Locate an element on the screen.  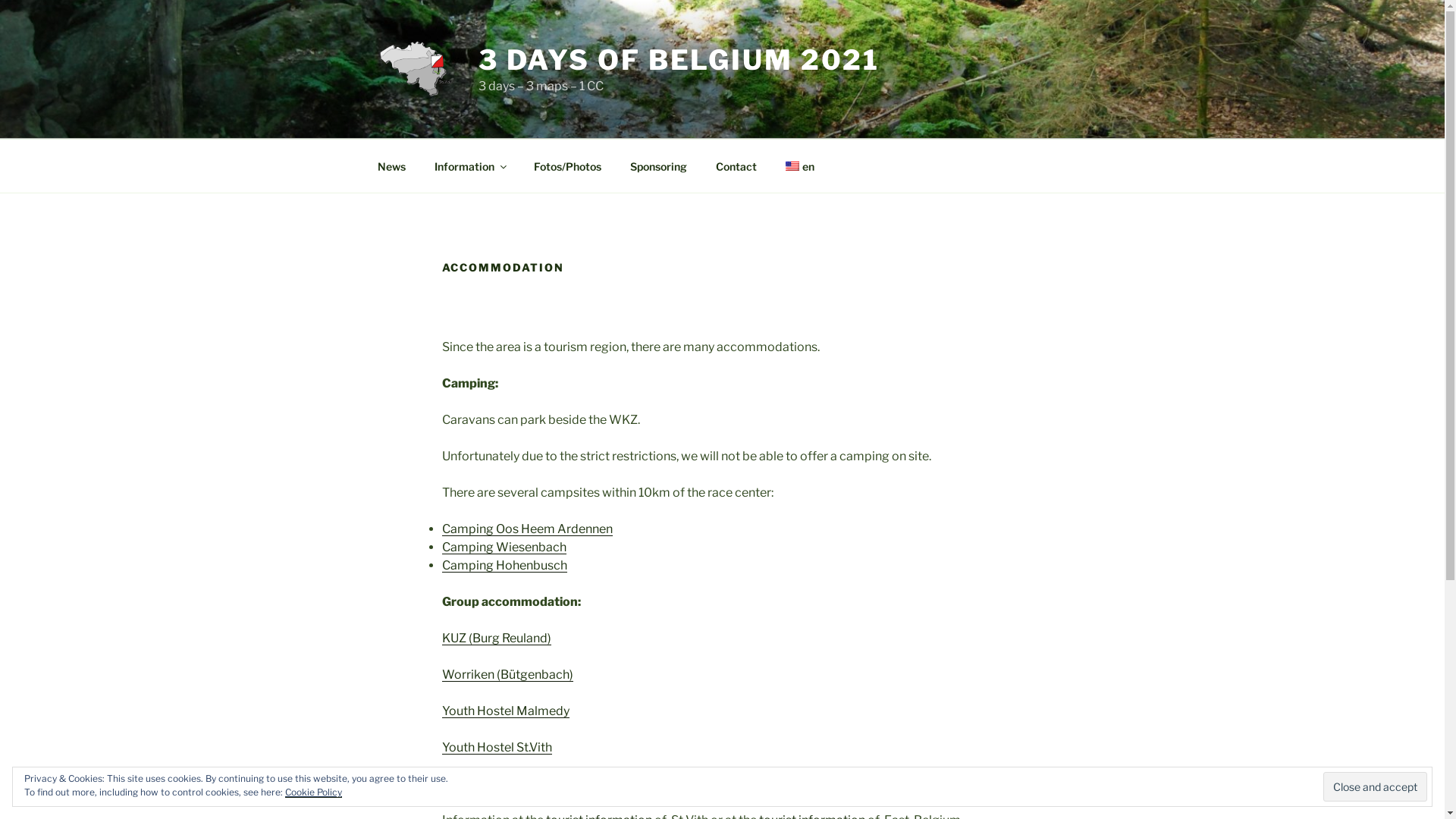
'Contact' is located at coordinates (736, 165).